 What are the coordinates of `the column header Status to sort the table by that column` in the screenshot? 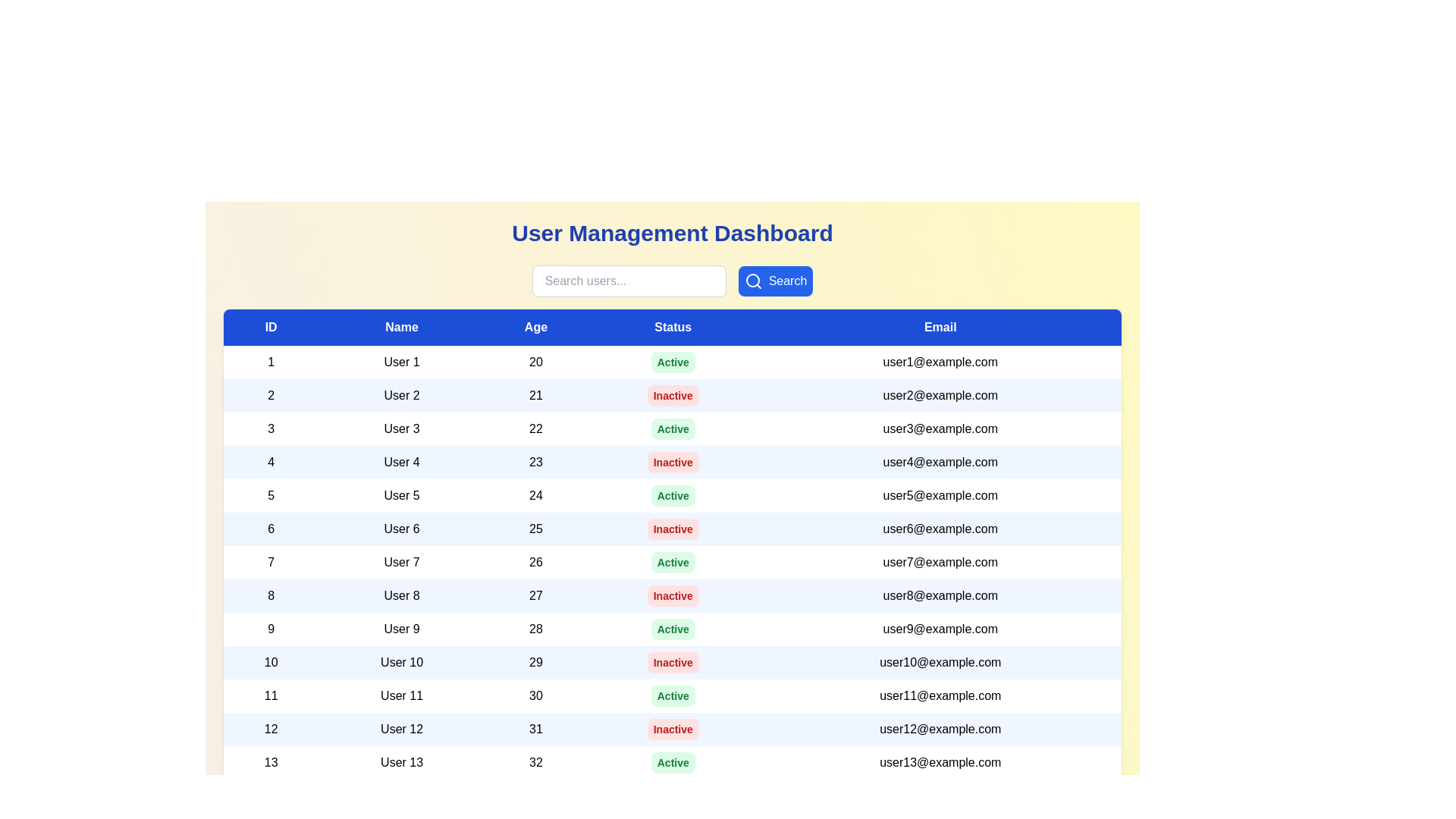 It's located at (672, 327).